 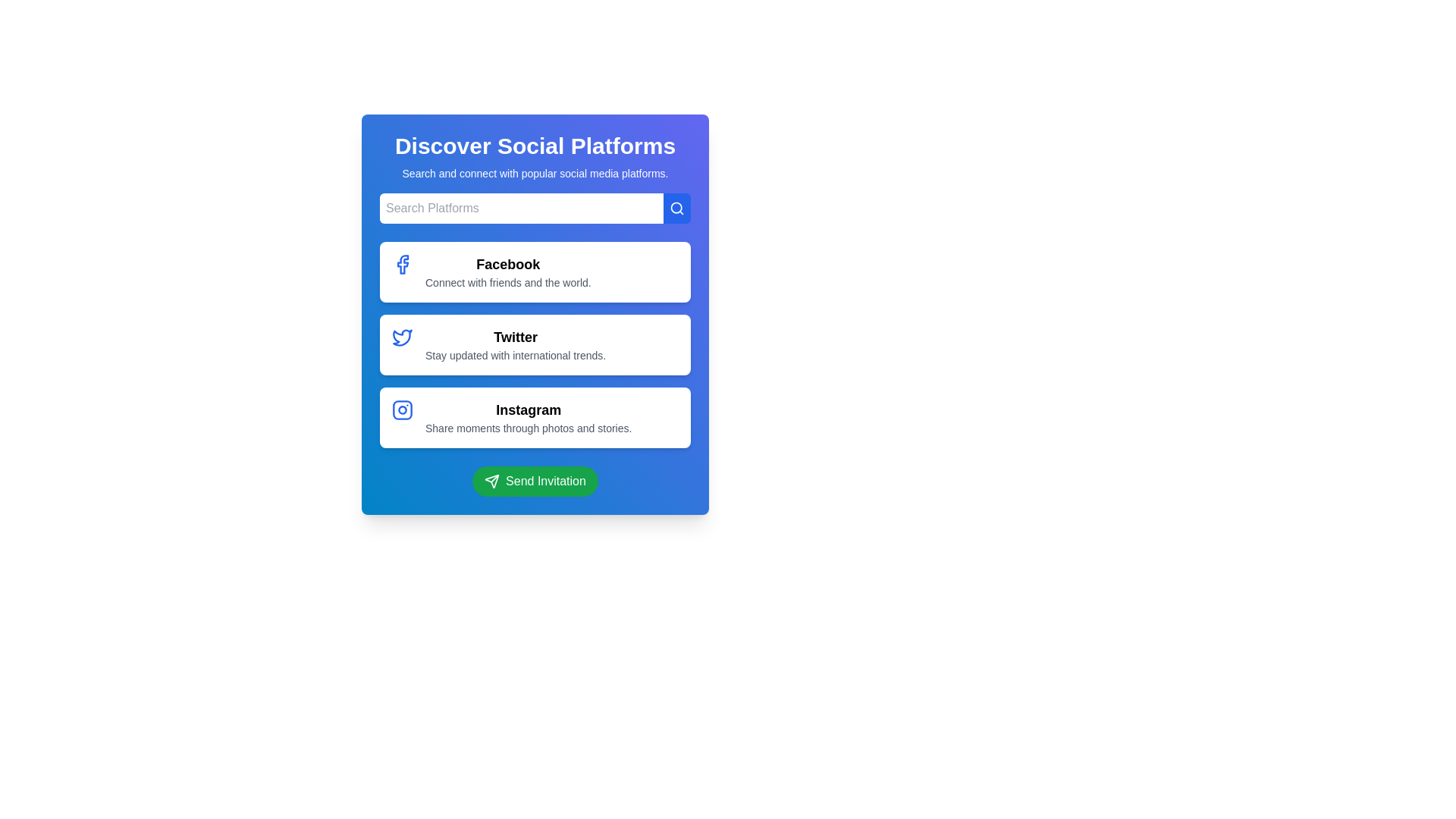 I want to click on the text block with the bold title 'Discover Social Platforms' and subtitle 'Search and connect with popular social media platforms', so click(x=535, y=157).